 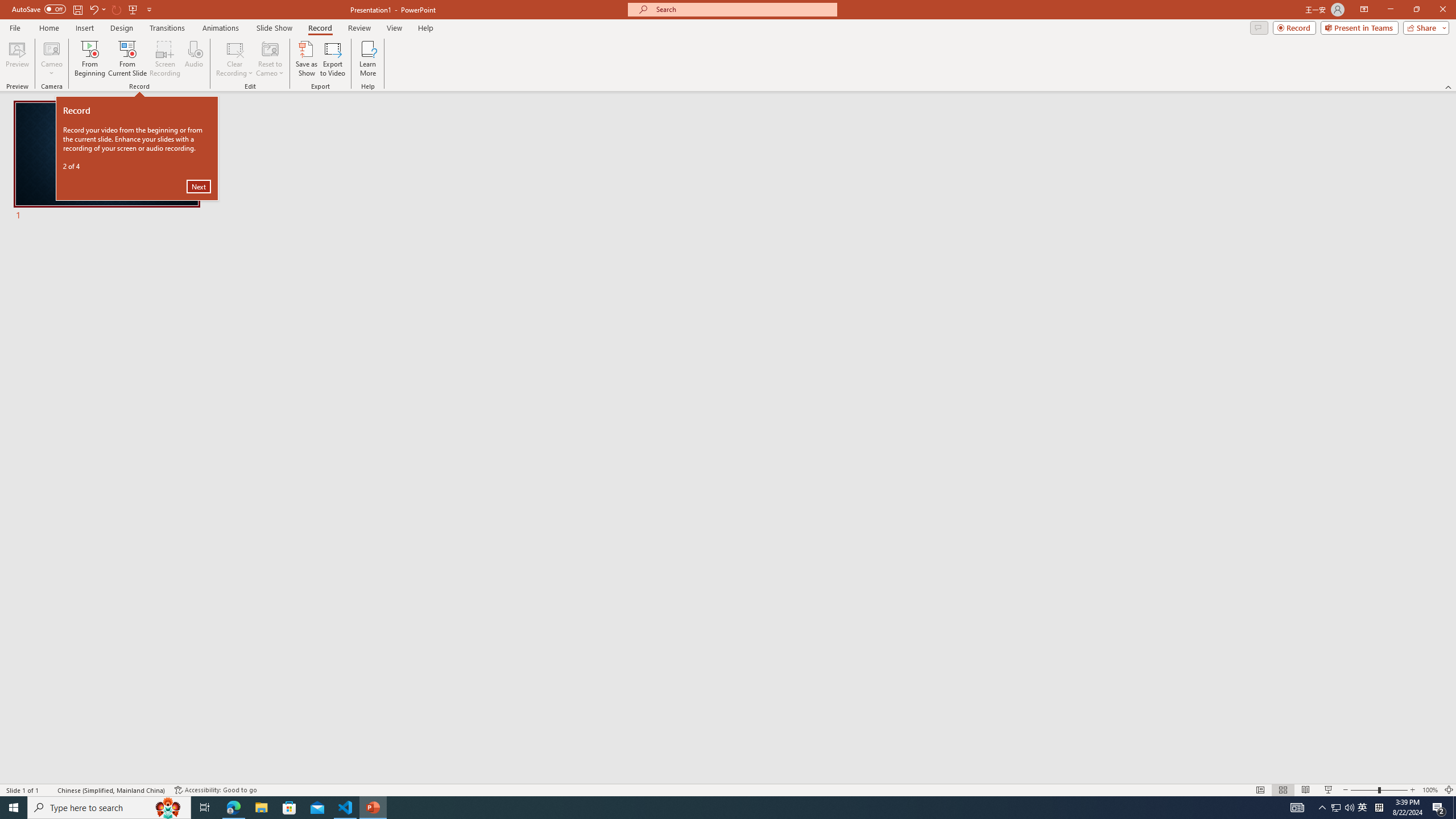 What do you see at coordinates (16, 59) in the screenshot?
I see `'Preview'` at bounding box center [16, 59].